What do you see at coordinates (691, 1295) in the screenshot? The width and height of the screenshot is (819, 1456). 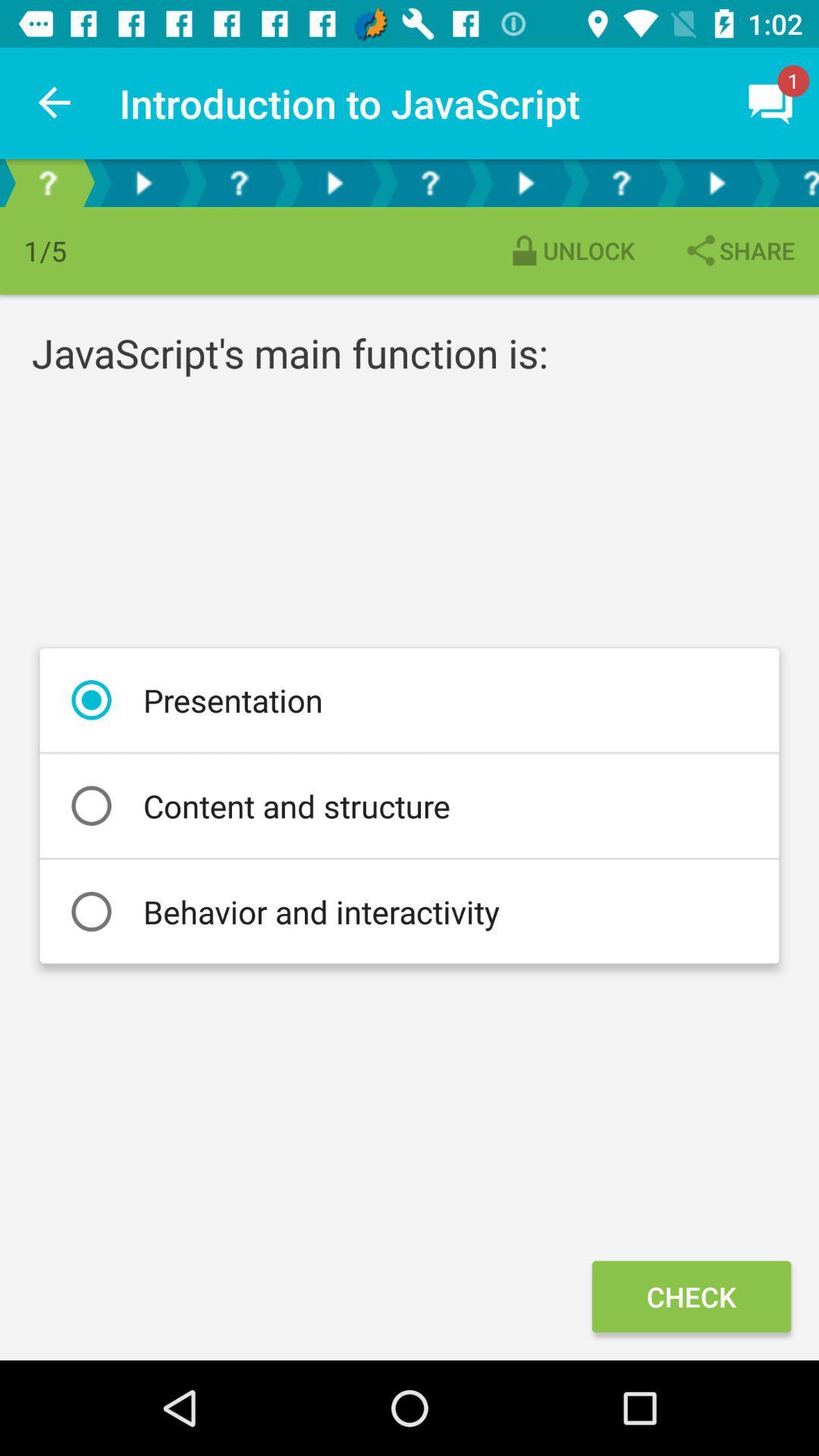 I see `check` at bounding box center [691, 1295].